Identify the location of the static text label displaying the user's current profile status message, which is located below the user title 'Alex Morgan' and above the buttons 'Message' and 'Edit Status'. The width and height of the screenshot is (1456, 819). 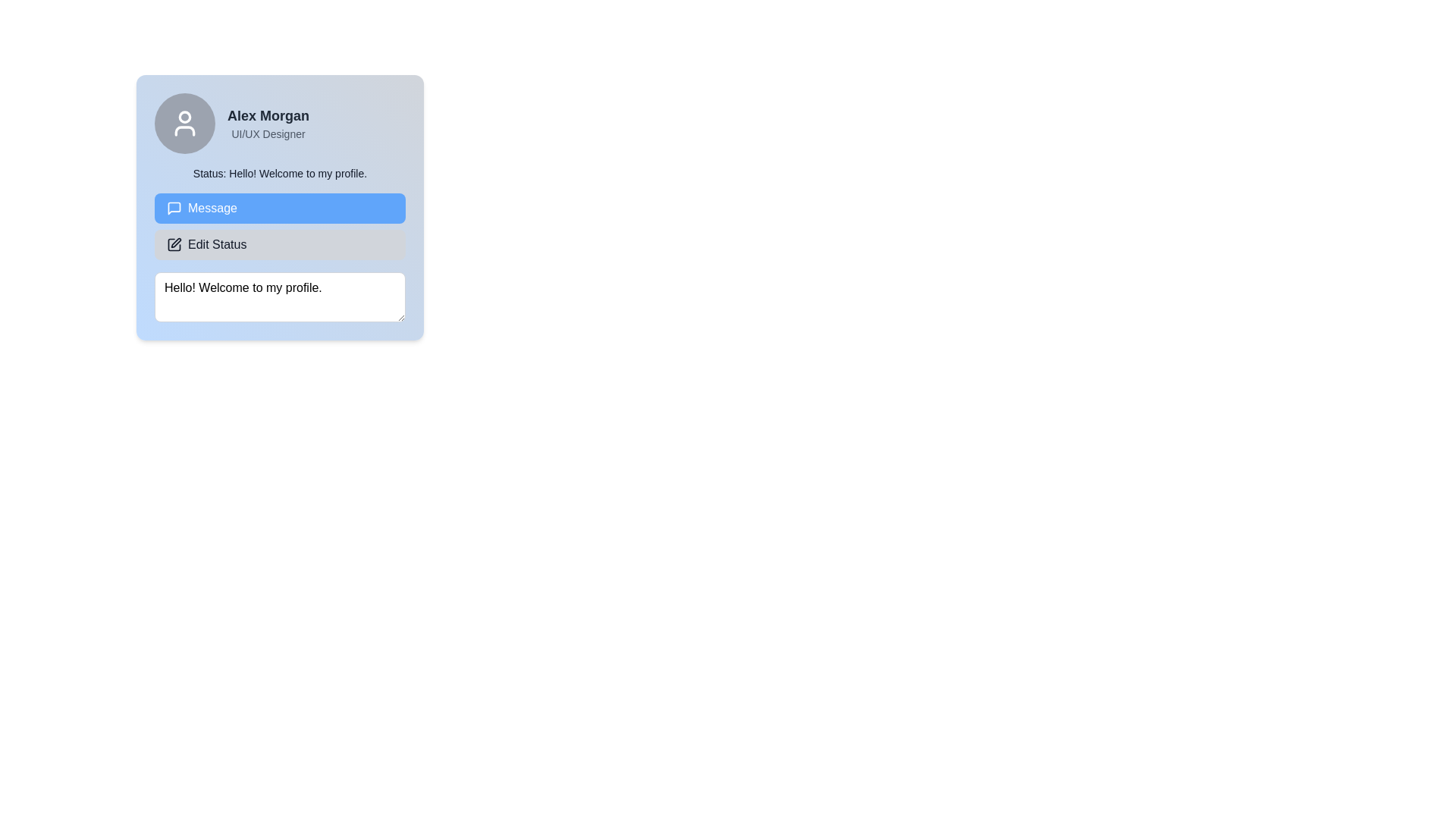
(280, 172).